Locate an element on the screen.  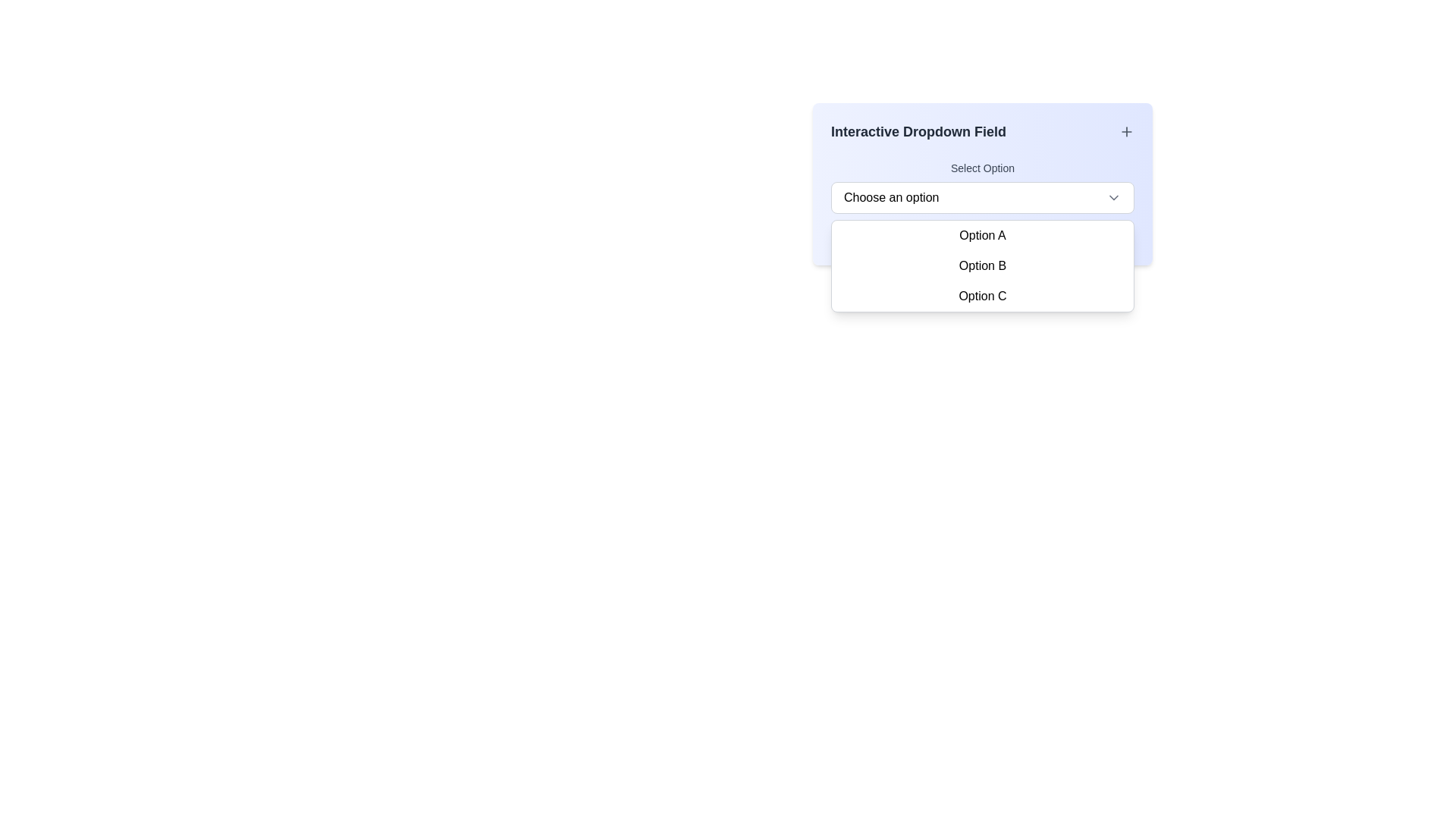
the second option in the dropdown menu labeled 'Option B' is located at coordinates (983, 265).